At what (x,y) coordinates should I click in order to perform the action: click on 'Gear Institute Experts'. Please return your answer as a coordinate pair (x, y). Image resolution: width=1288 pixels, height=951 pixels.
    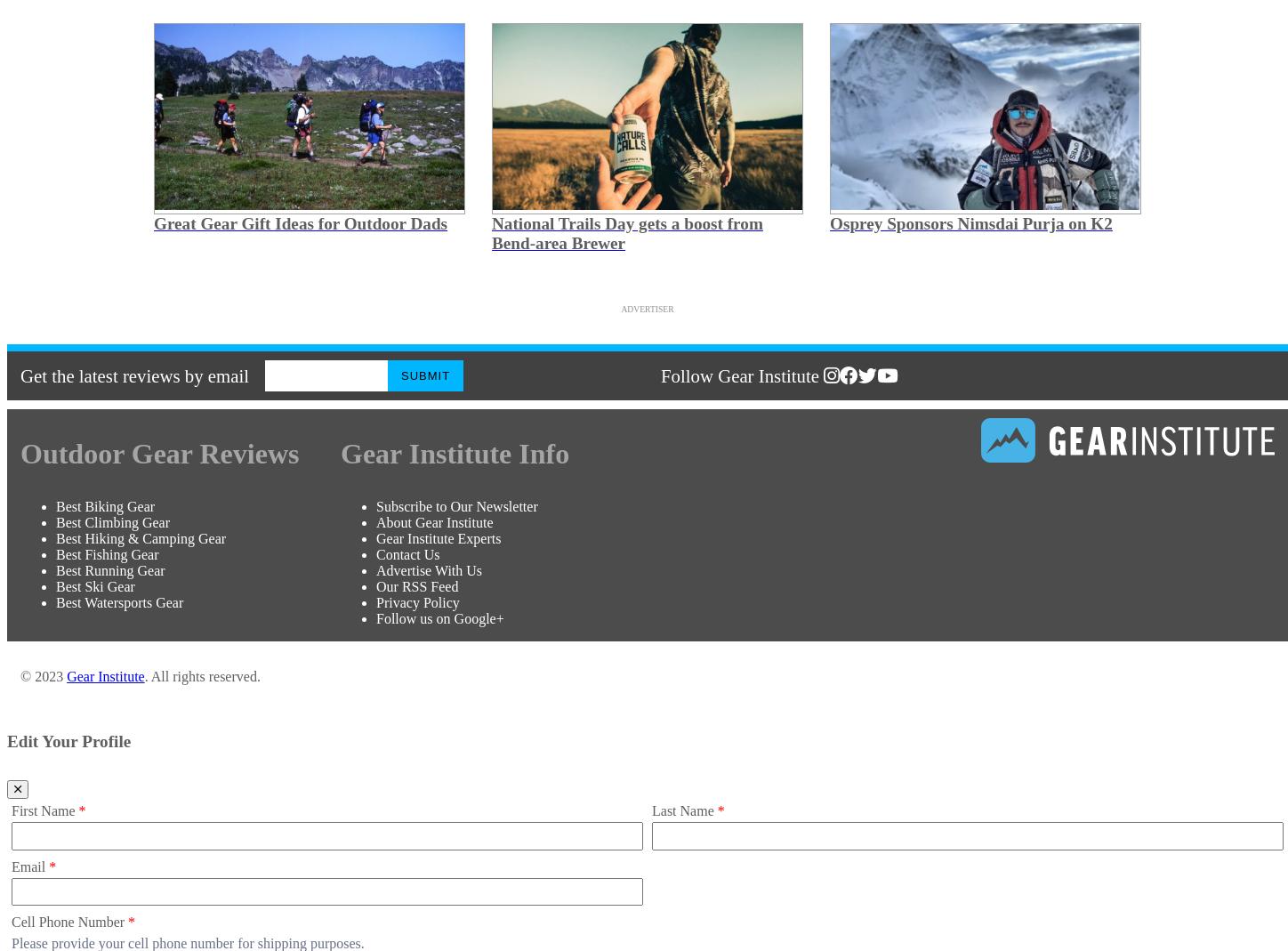
    Looking at the image, I should click on (438, 537).